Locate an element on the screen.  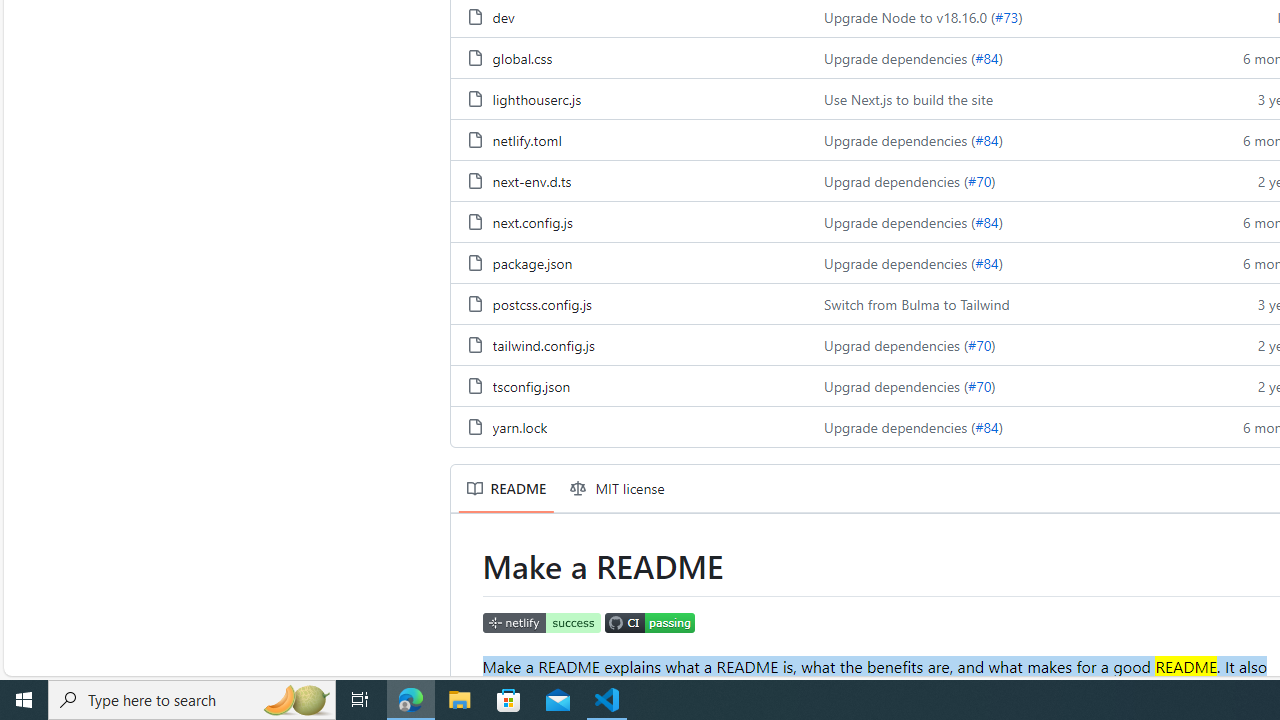
'Upgrade Node to v18.16.0 (' is located at coordinates (909, 17).